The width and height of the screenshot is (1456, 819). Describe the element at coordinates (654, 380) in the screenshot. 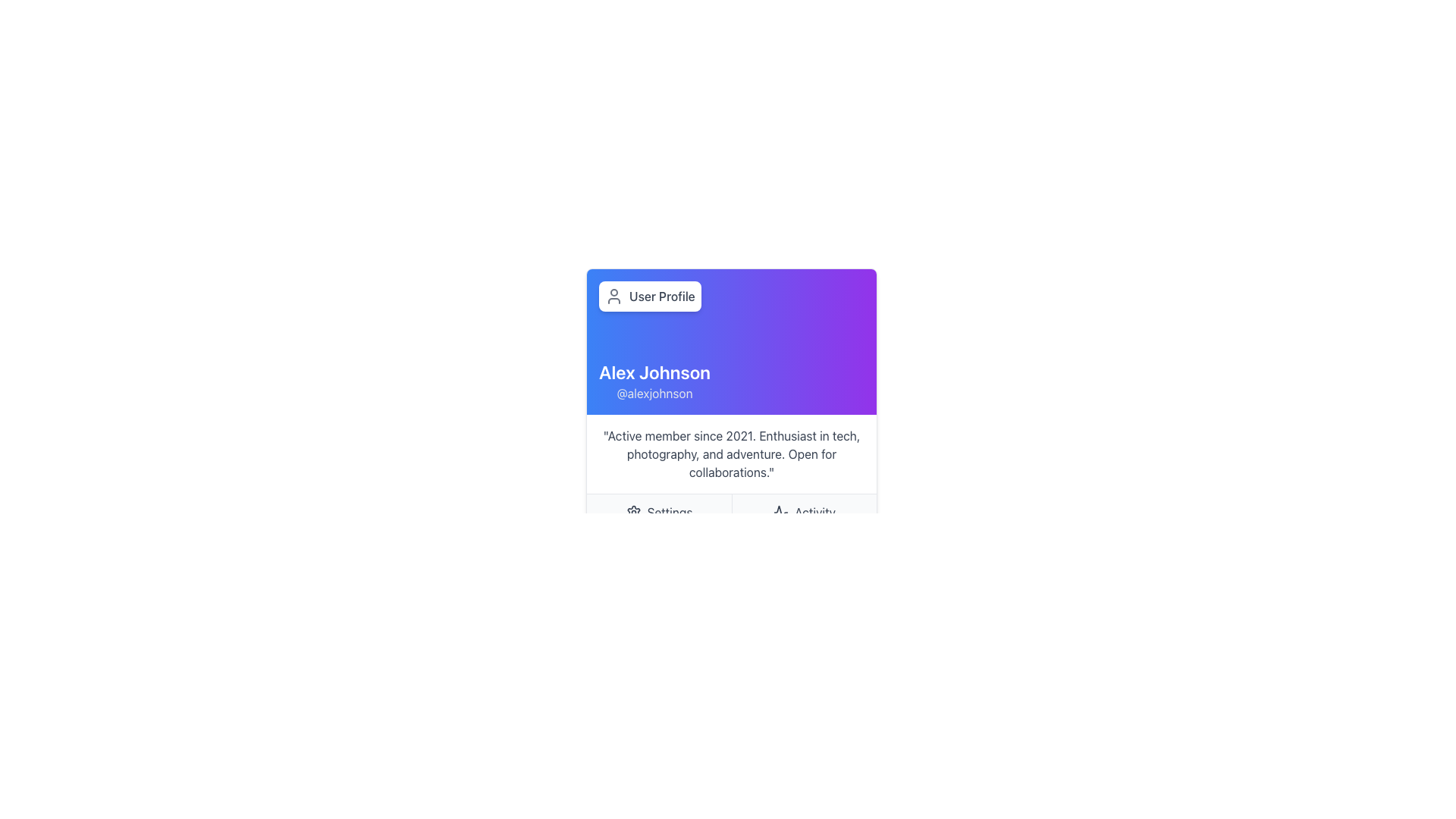

I see `the Text Display element that shows the user’s name and username, positioned near the bottom-left corner of a gradient-colored section, below the 'User Profile' badge and above a descriptive paragraph` at that location.